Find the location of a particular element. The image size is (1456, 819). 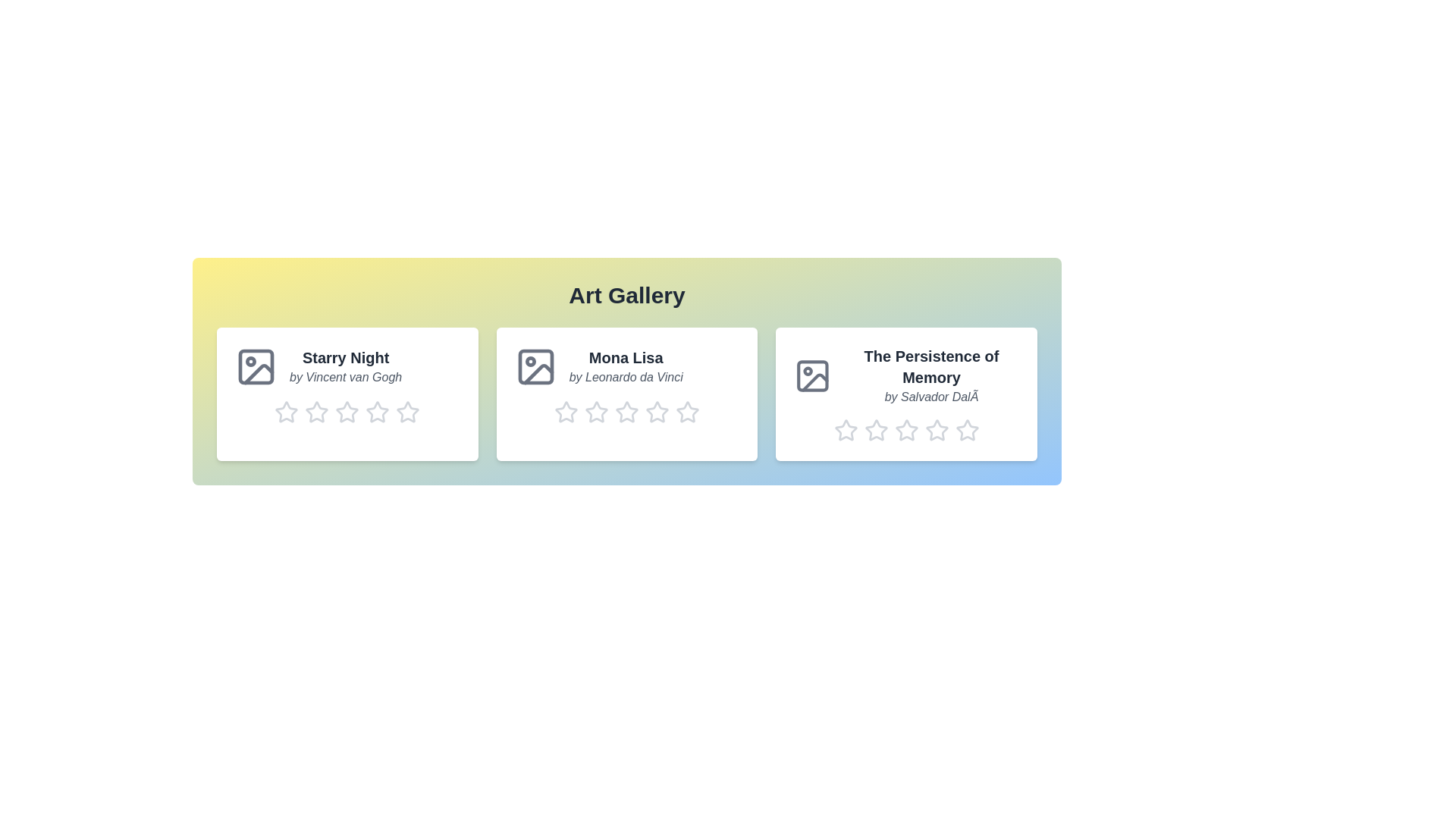

the rating for the artwork 'Starry Night' to 4 stars is located at coordinates (378, 412).